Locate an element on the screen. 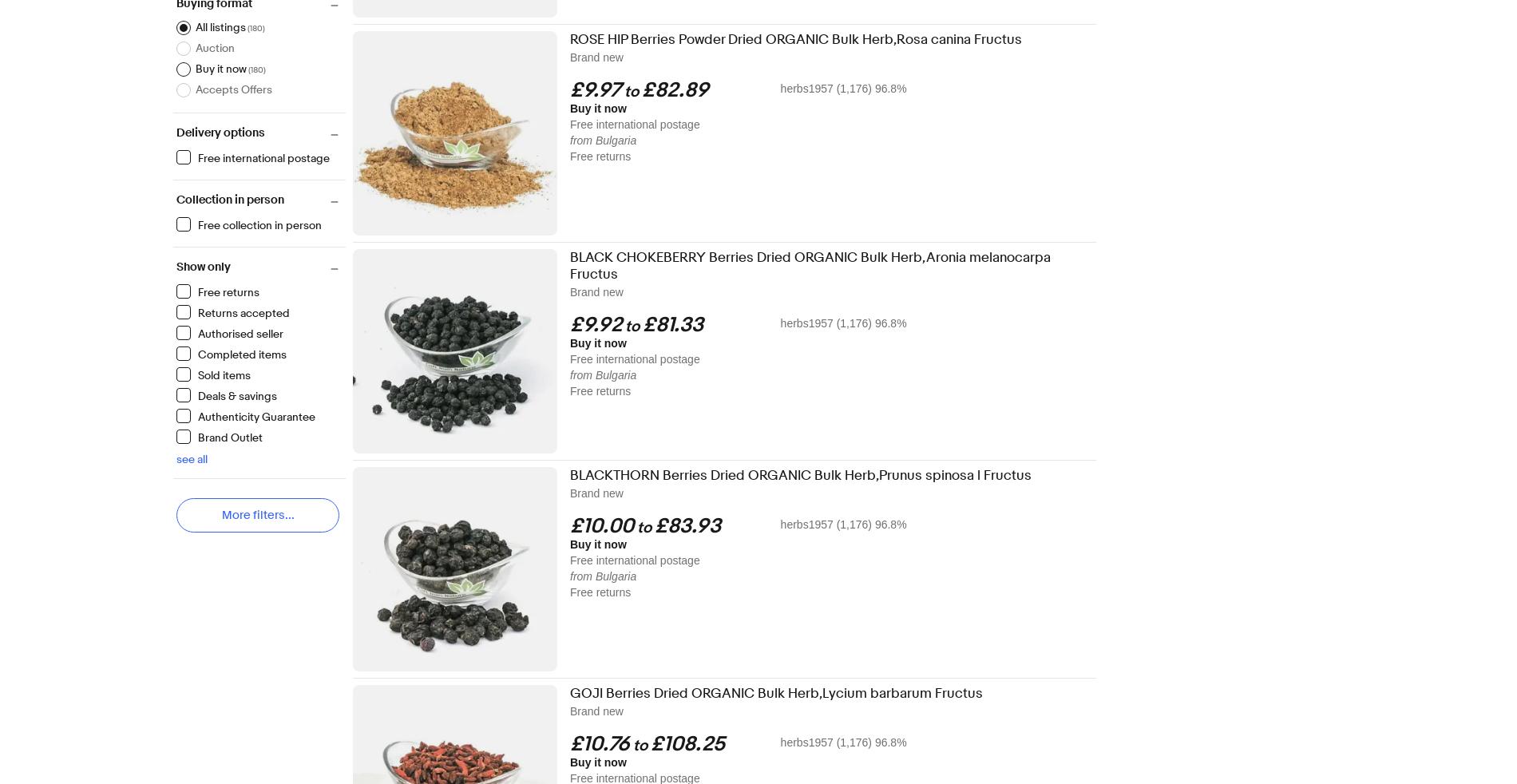 This screenshot has height=784, width=1517. 'BLACKTHORN Berries Dried ORGANIC Bulk Herb,Prunus spinosa l Fructus' is located at coordinates (801, 474).